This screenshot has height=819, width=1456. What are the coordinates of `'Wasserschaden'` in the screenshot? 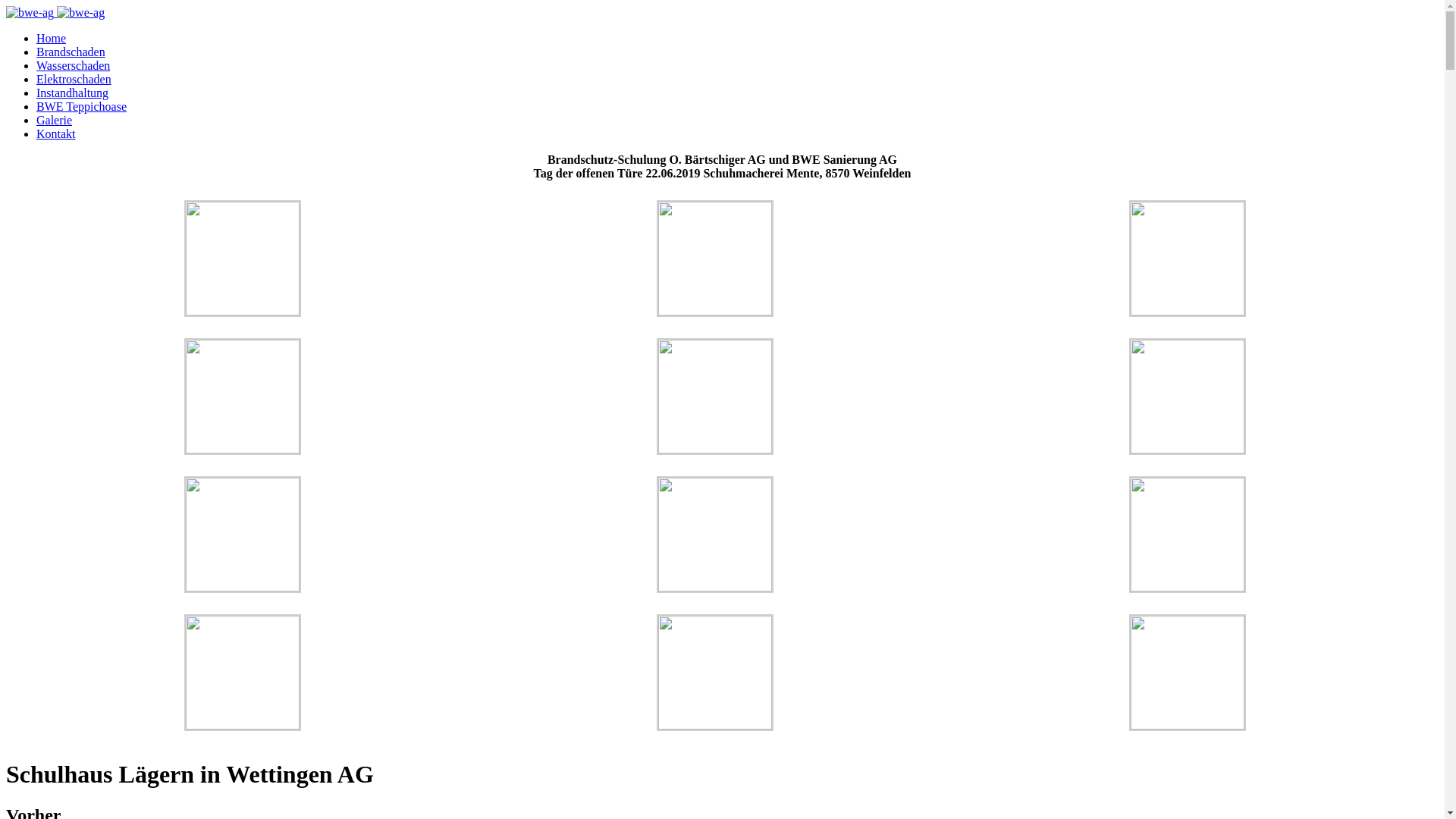 It's located at (72, 64).